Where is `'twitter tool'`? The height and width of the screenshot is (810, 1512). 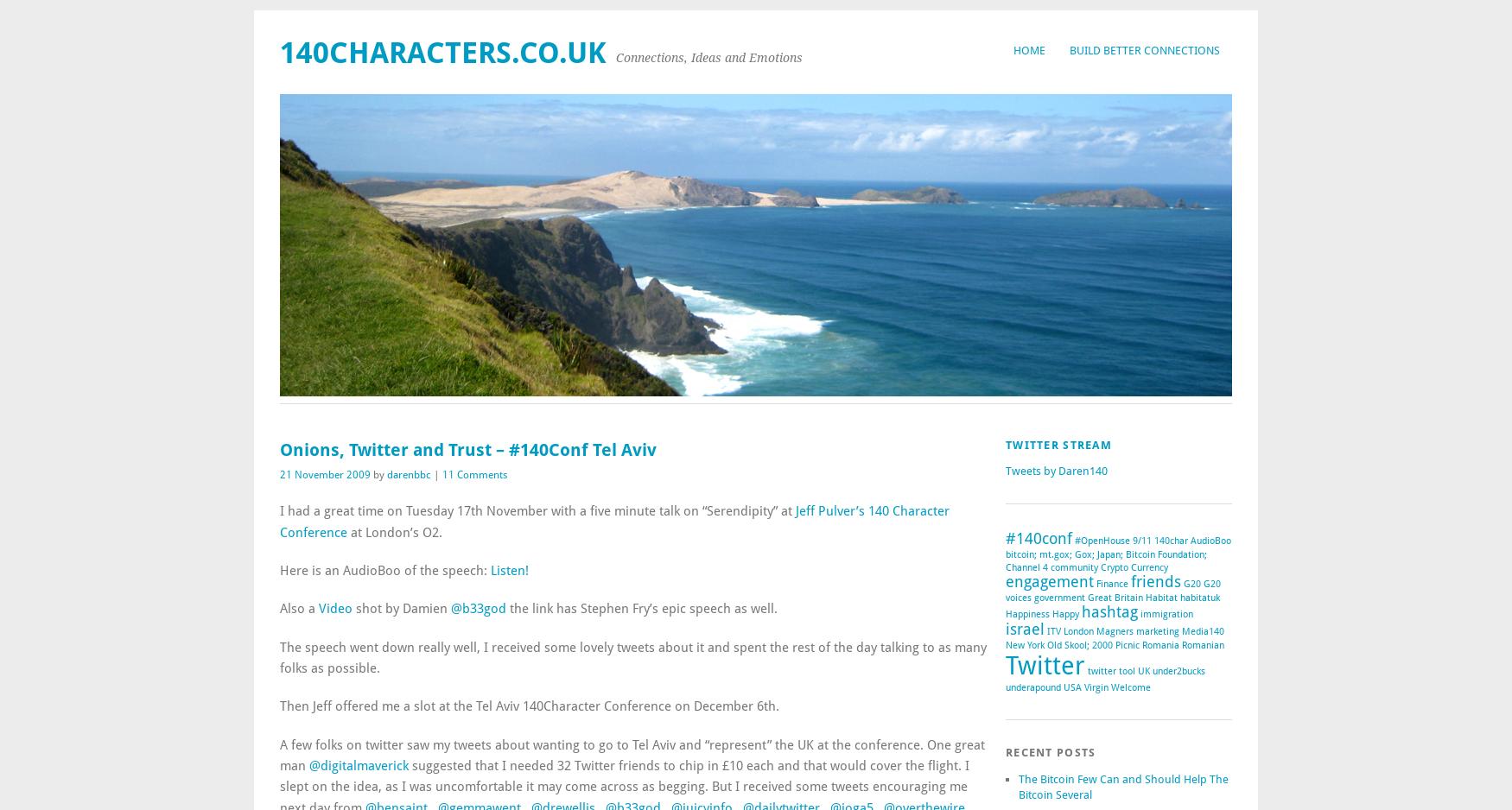 'twitter tool' is located at coordinates (1110, 670).